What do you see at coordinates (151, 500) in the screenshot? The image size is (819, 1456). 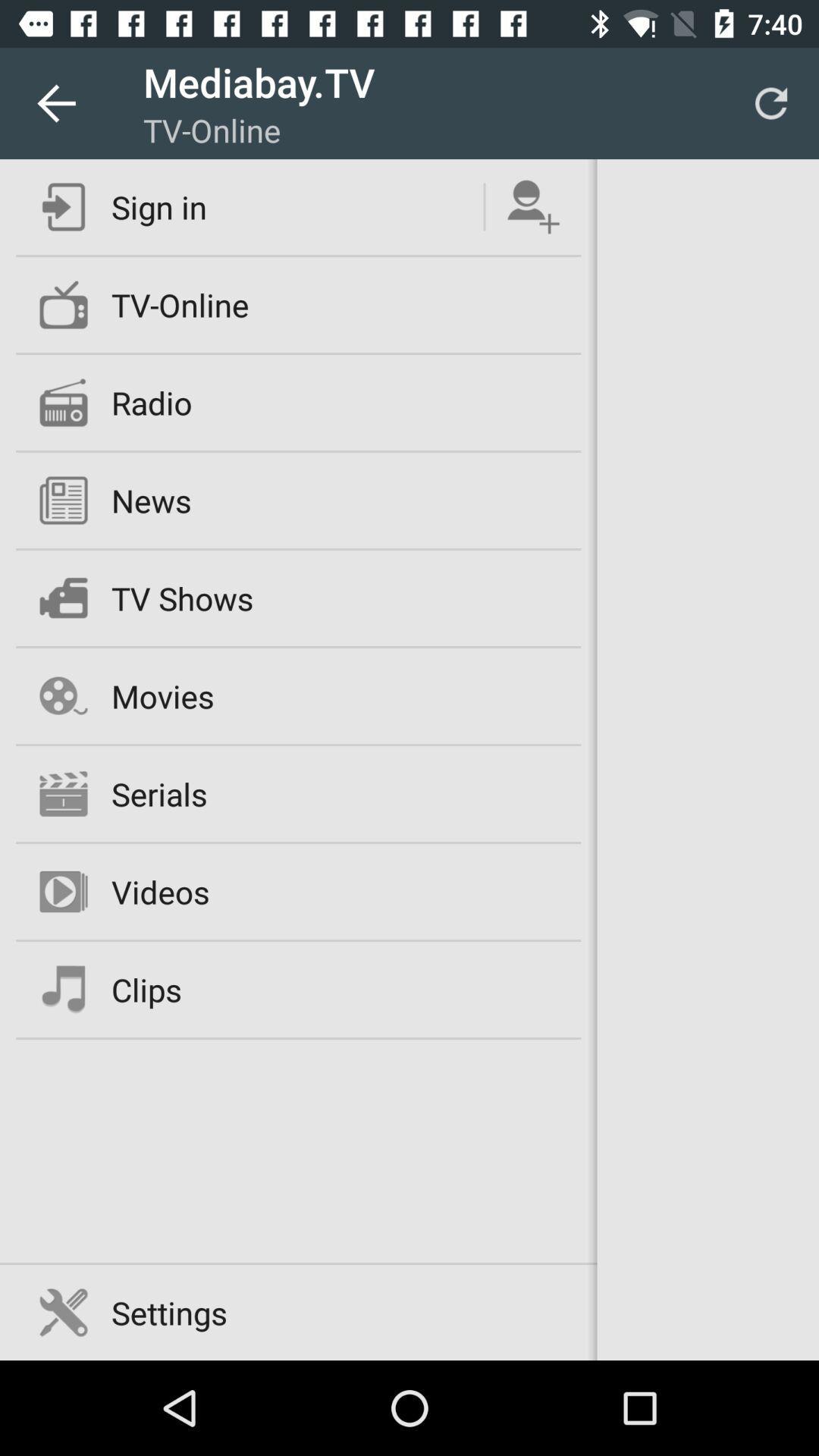 I see `news icon` at bounding box center [151, 500].